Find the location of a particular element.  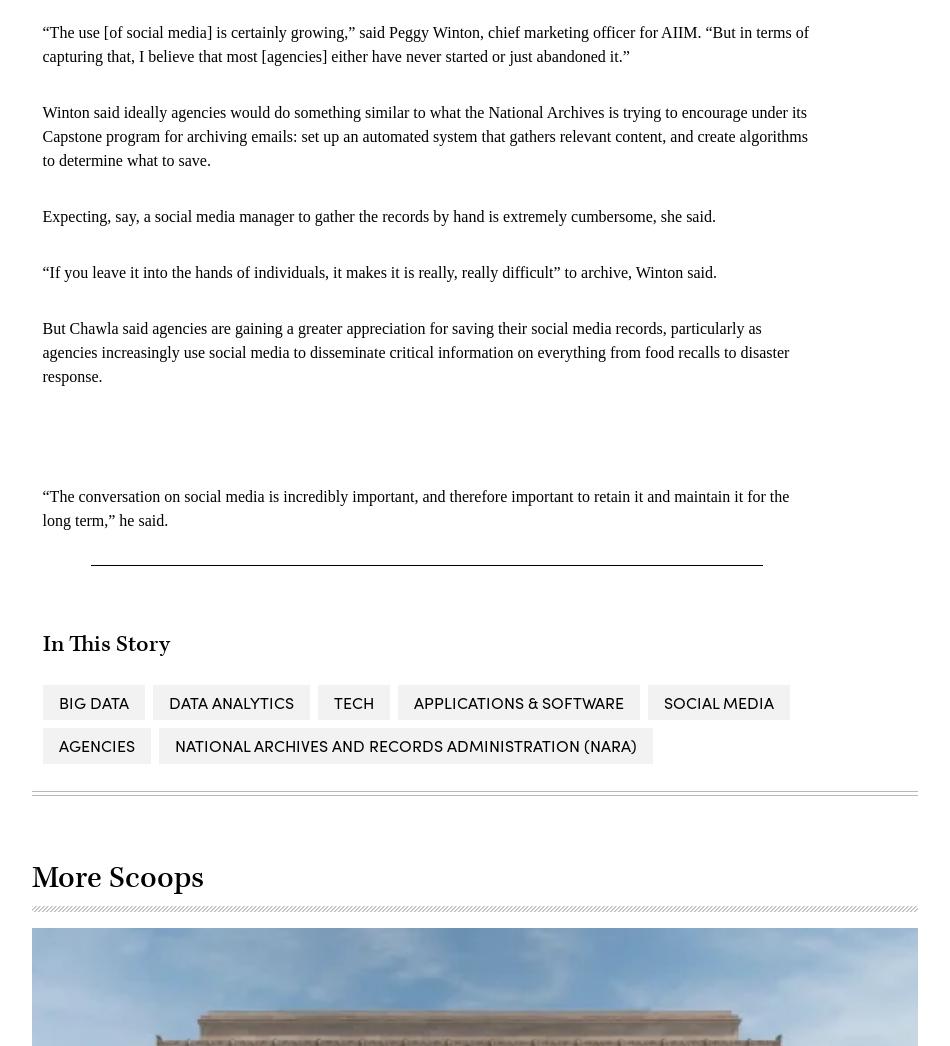

'Applications & Software' is located at coordinates (411, 701).